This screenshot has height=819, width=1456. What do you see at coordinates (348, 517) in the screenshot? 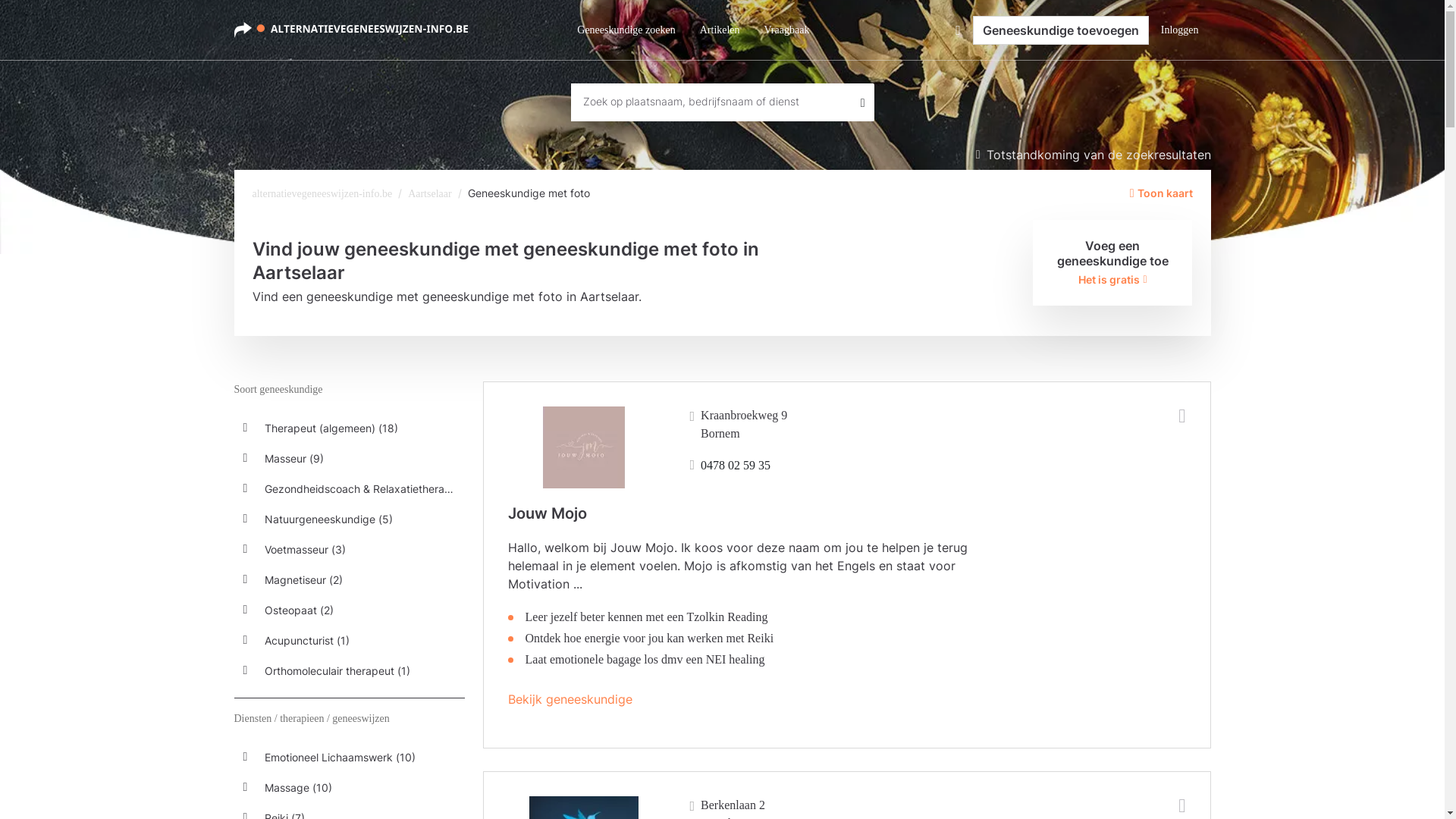
I see `'Natuurgeneeskundige (5)'` at bounding box center [348, 517].